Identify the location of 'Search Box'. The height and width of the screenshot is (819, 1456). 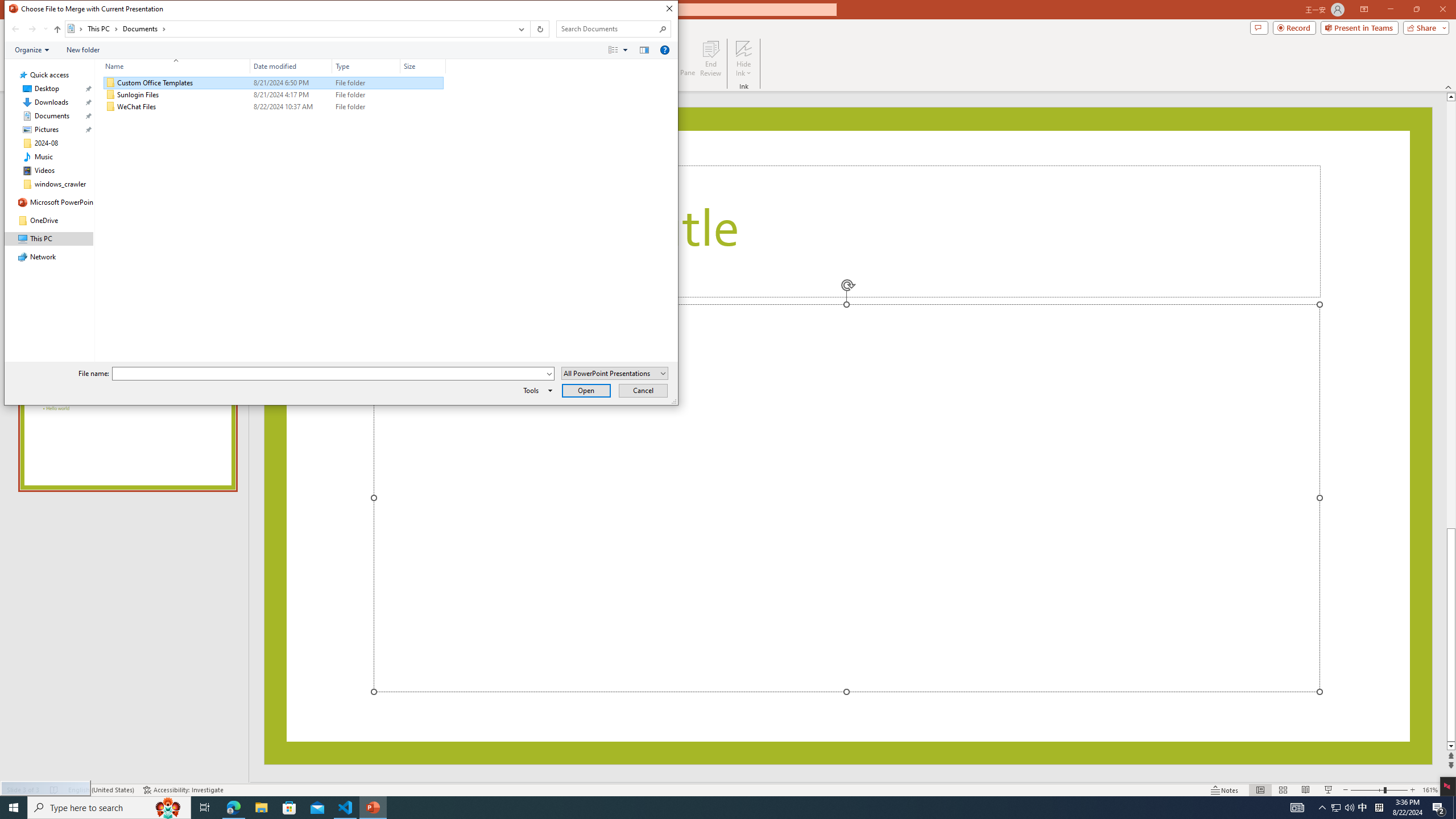
(607, 28).